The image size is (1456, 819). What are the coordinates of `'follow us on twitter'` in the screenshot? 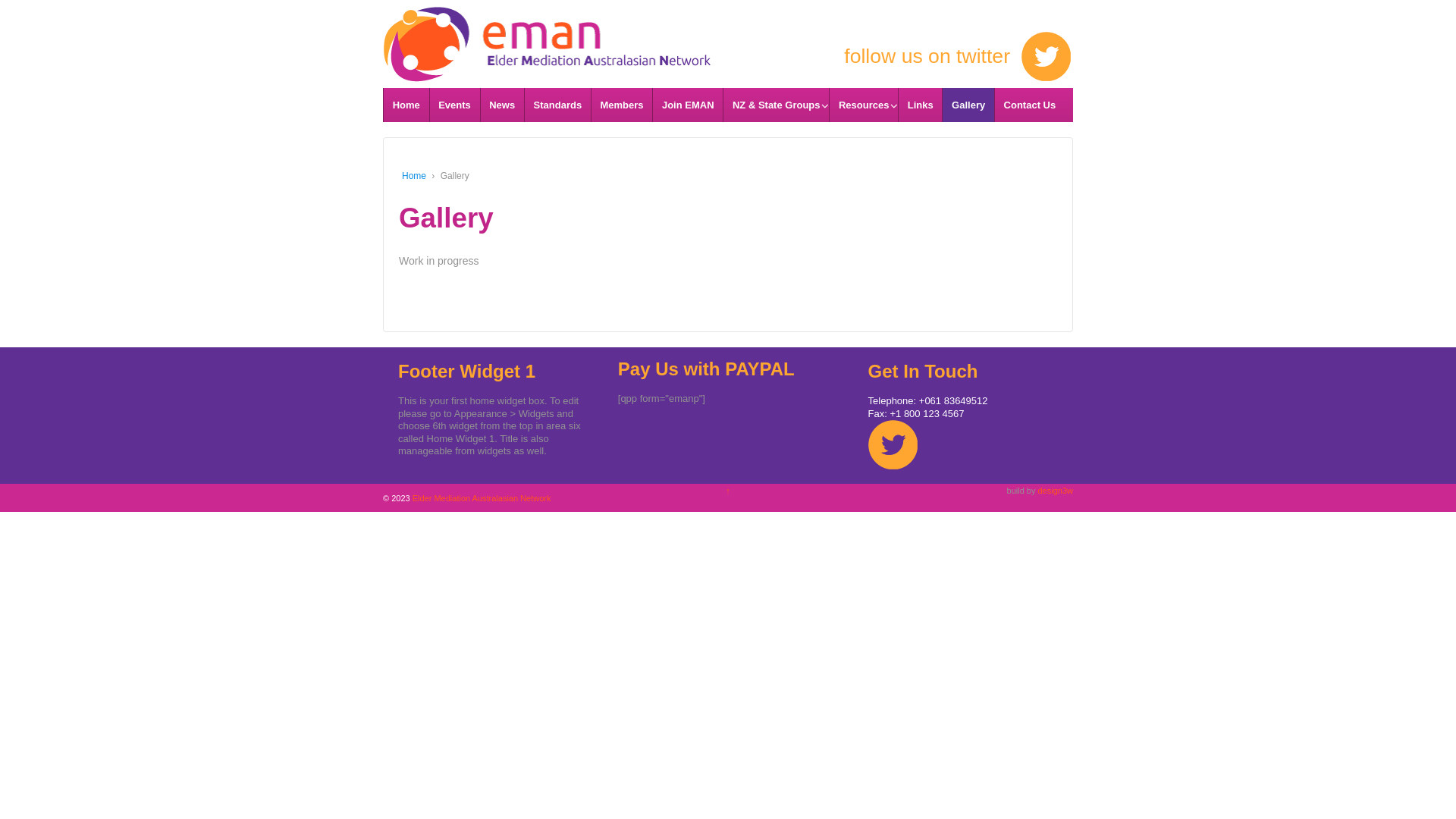 It's located at (763, 55).